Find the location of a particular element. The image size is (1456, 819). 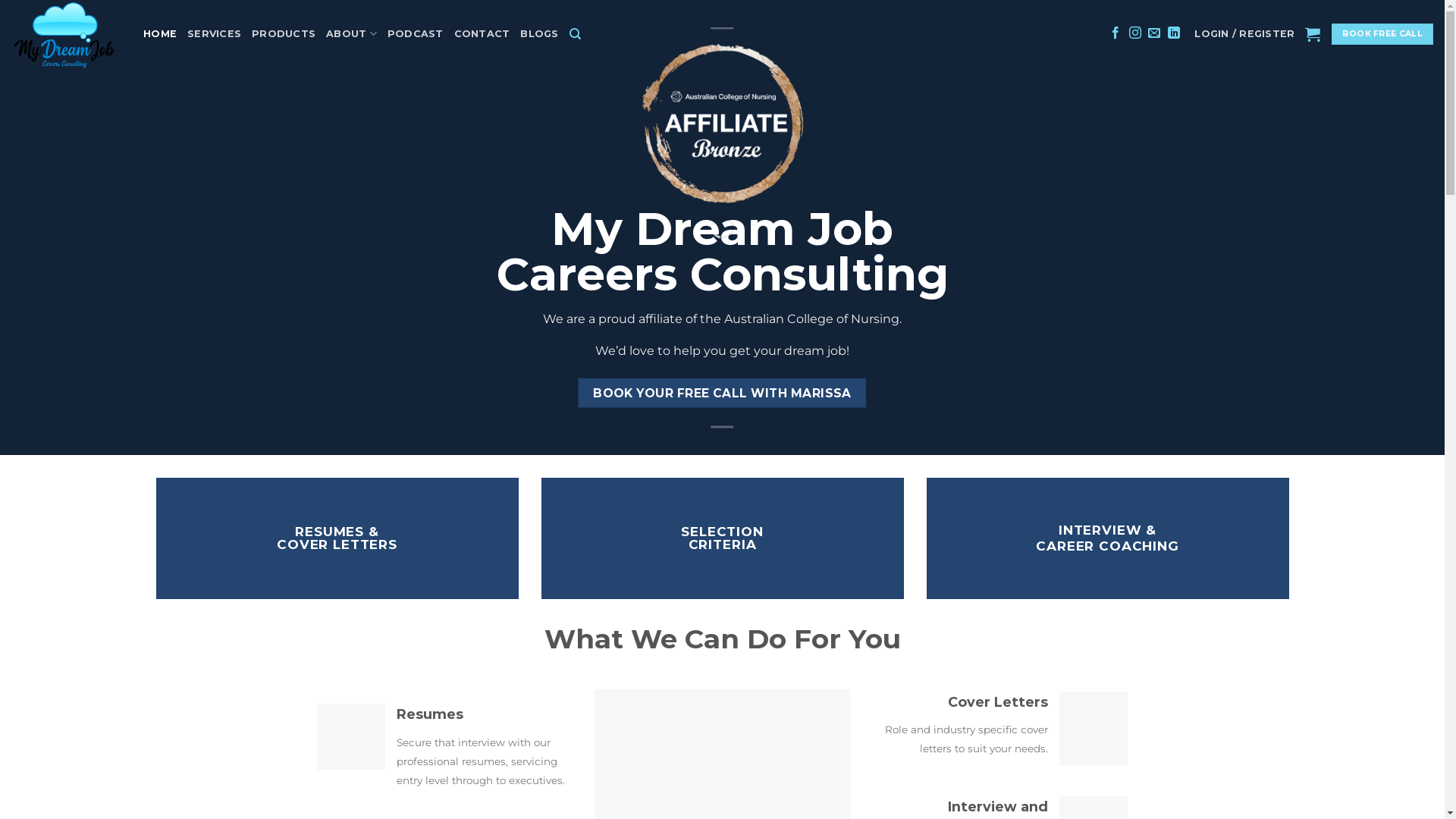

'HOME' is located at coordinates (160, 34).